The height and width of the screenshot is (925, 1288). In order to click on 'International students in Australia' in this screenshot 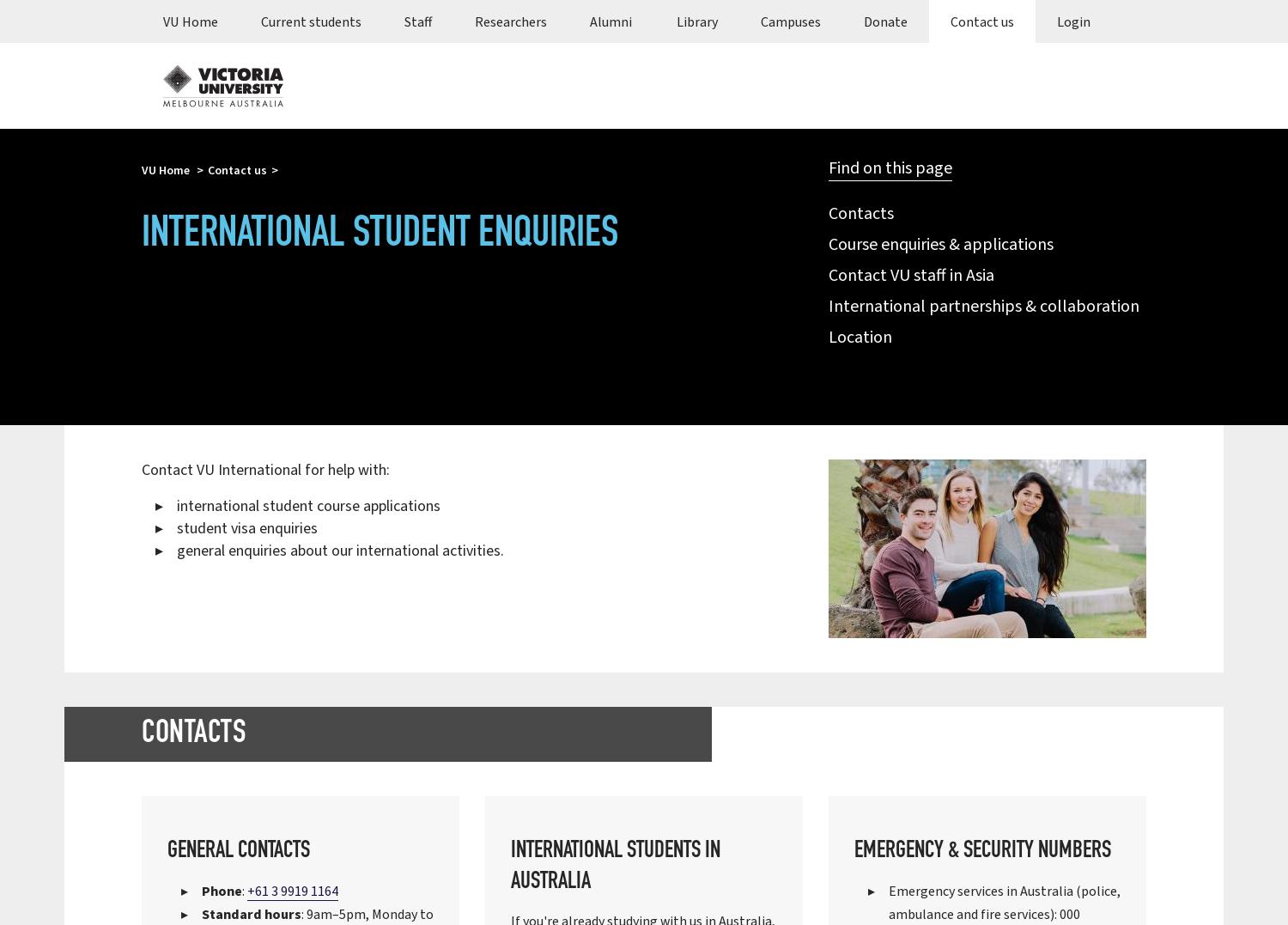, I will do `click(615, 866)`.